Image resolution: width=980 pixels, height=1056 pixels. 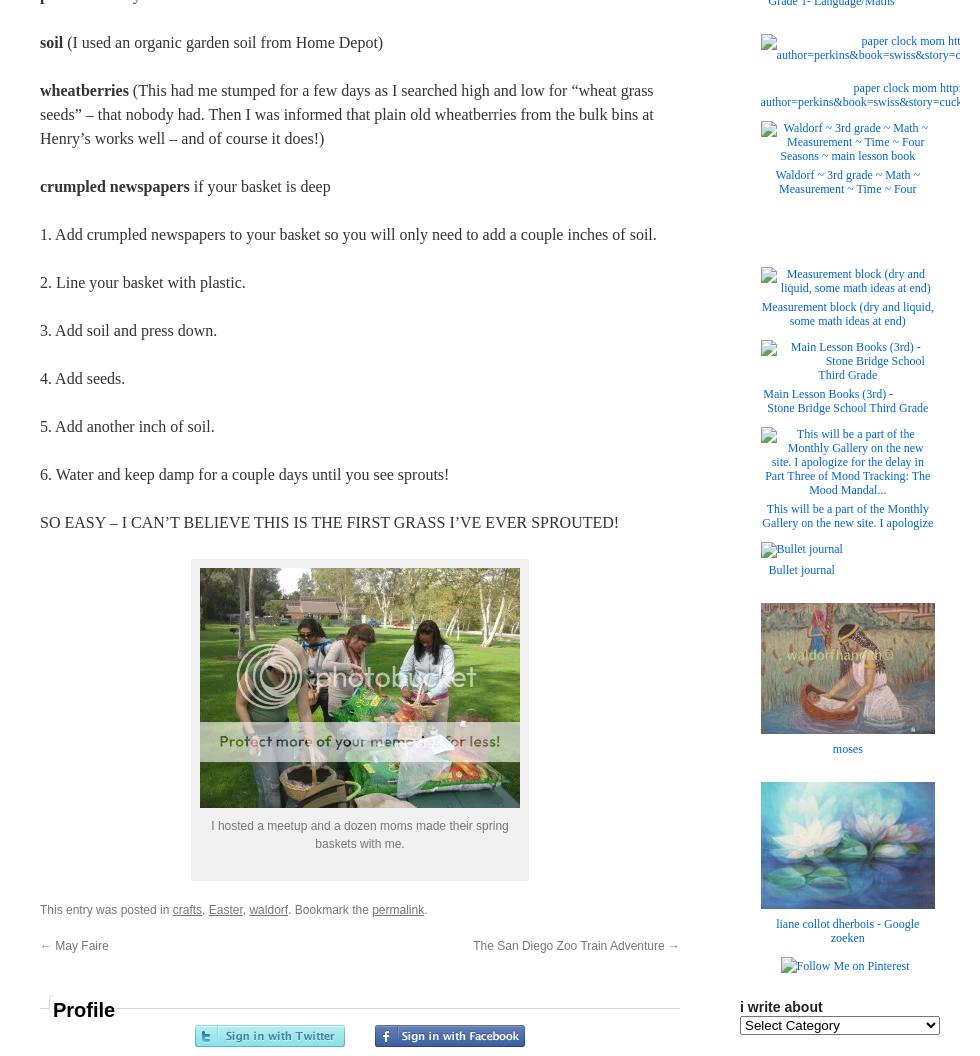 I want to click on '.', so click(x=425, y=908).